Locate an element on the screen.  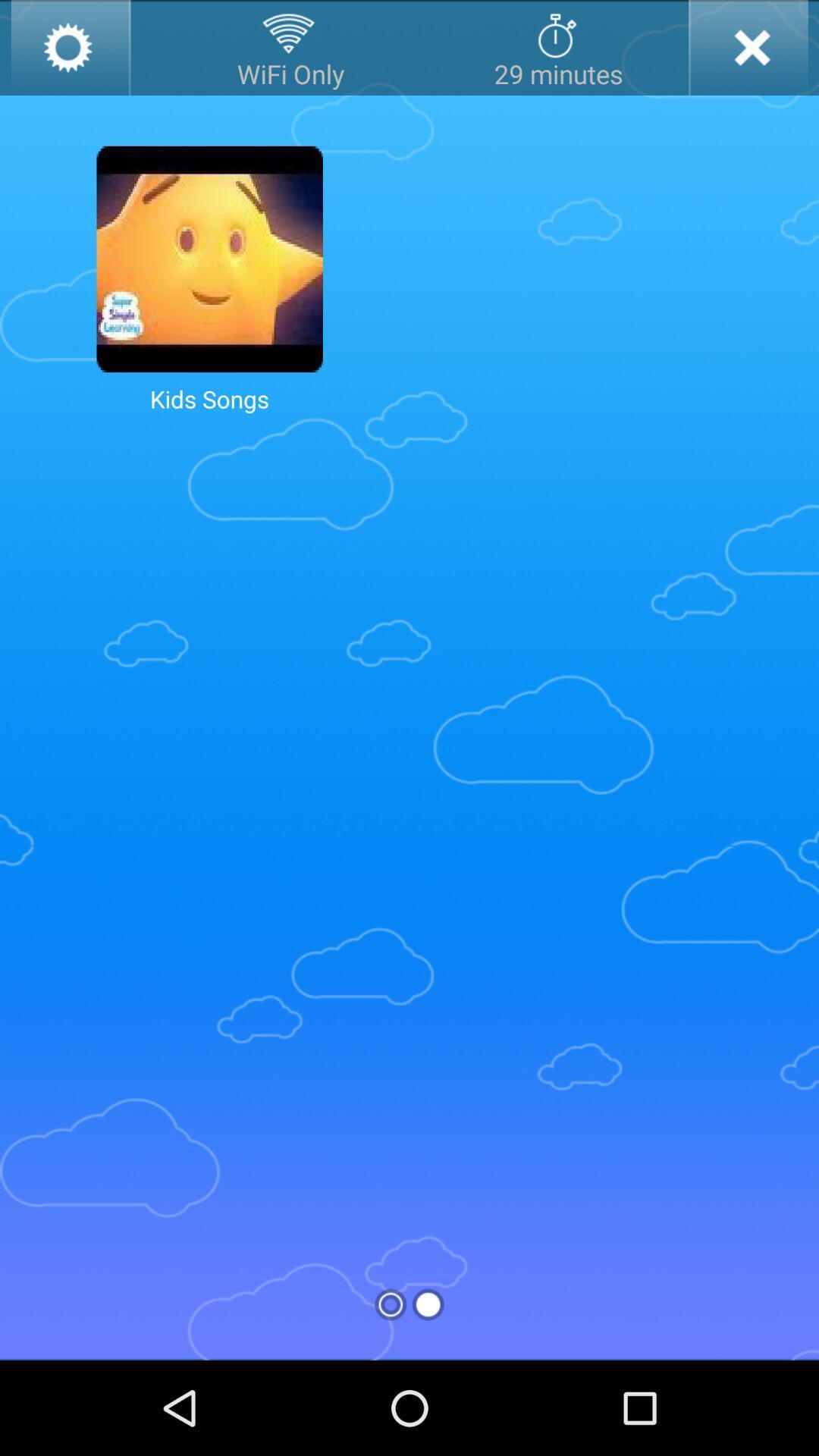
open kids songs is located at coordinates (209, 259).